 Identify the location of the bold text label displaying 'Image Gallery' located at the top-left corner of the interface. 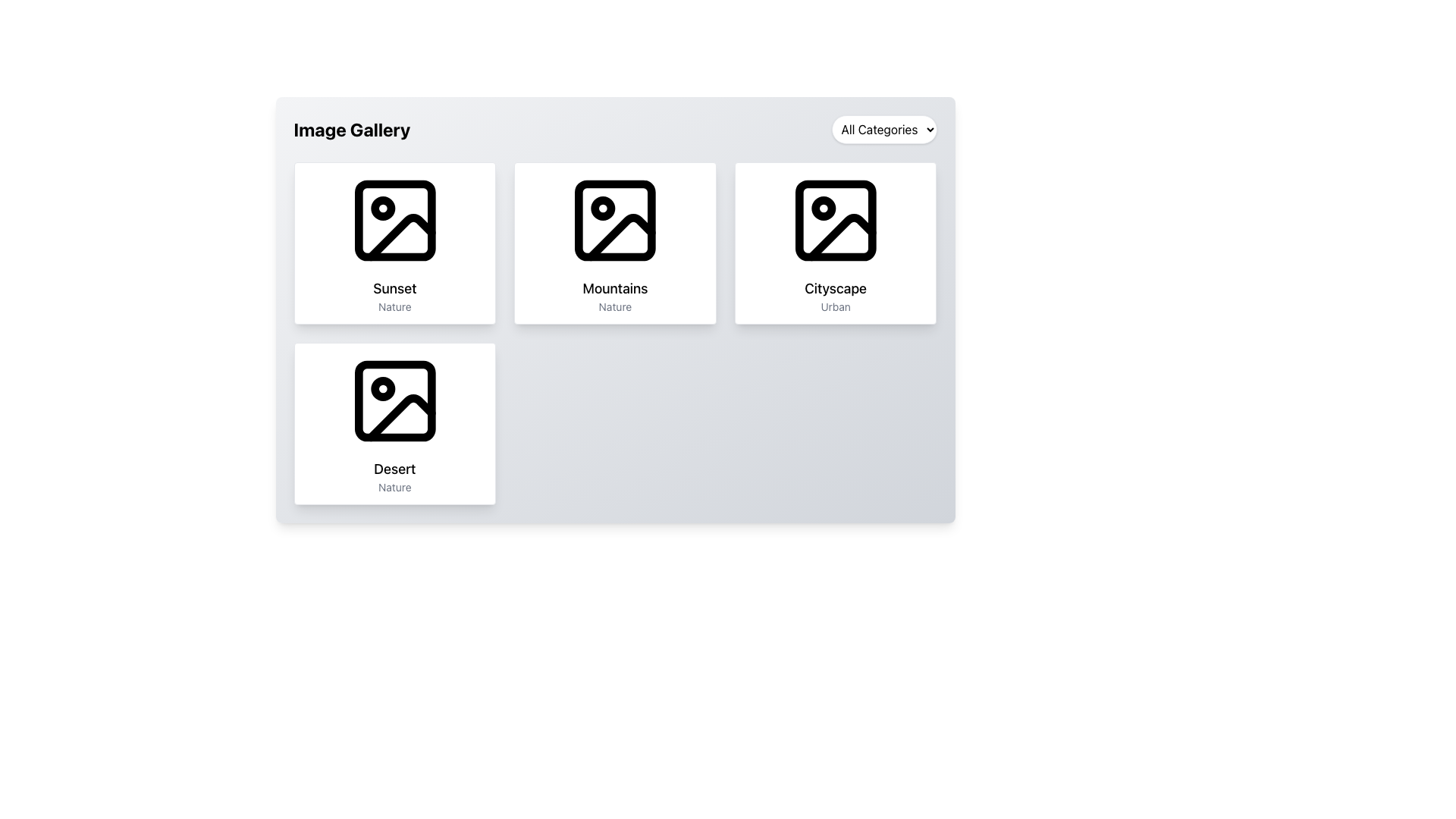
(351, 128).